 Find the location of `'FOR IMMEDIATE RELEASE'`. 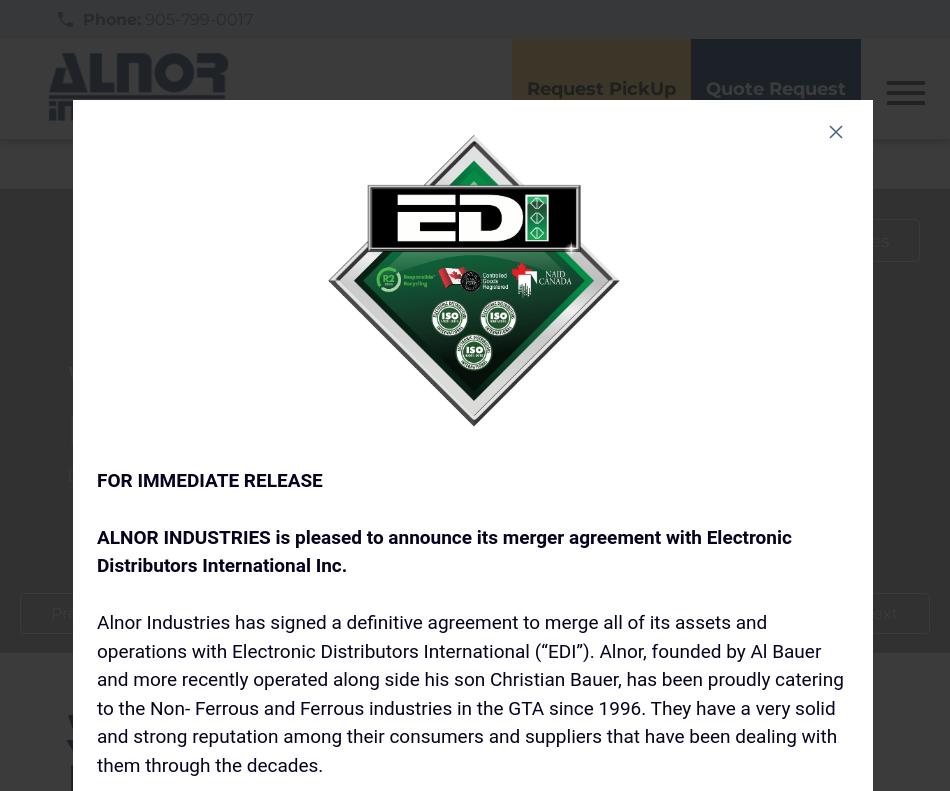

'FOR IMMEDIATE RELEASE' is located at coordinates (209, 478).